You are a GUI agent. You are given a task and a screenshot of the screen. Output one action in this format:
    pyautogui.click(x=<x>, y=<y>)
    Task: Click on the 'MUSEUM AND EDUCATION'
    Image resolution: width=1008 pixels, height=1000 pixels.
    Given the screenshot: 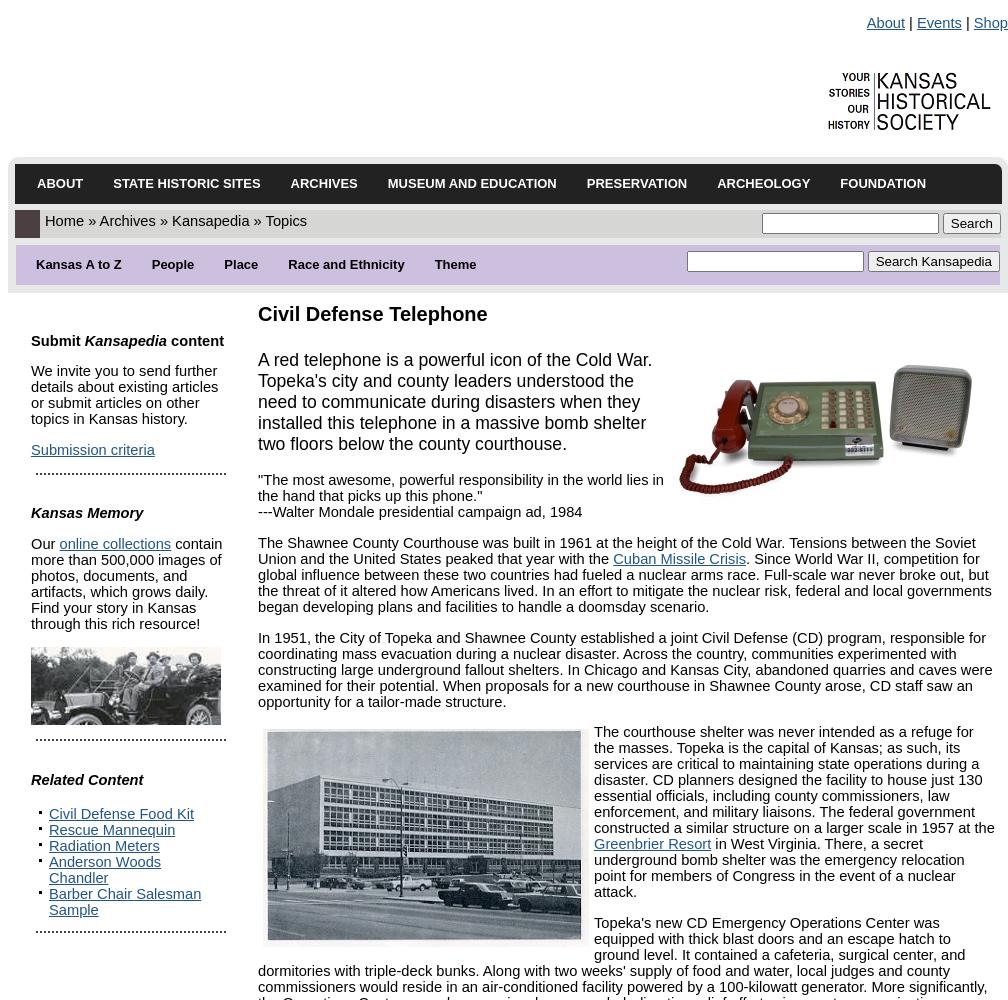 What is the action you would take?
    pyautogui.click(x=471, y=183)
    